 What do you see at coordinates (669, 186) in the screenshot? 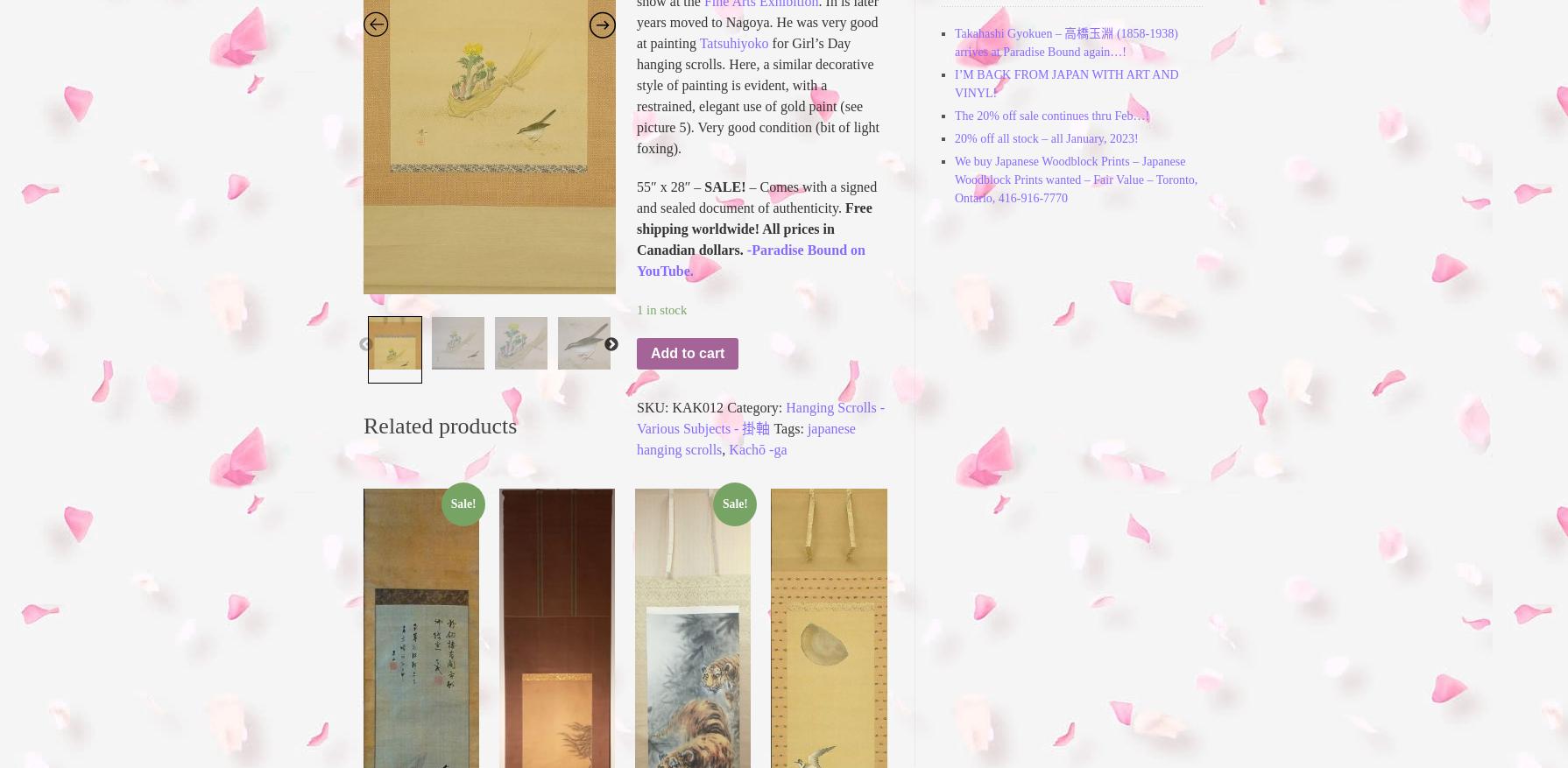
I see `'55″ x 28″ –'` at bounding box center [669, 186].